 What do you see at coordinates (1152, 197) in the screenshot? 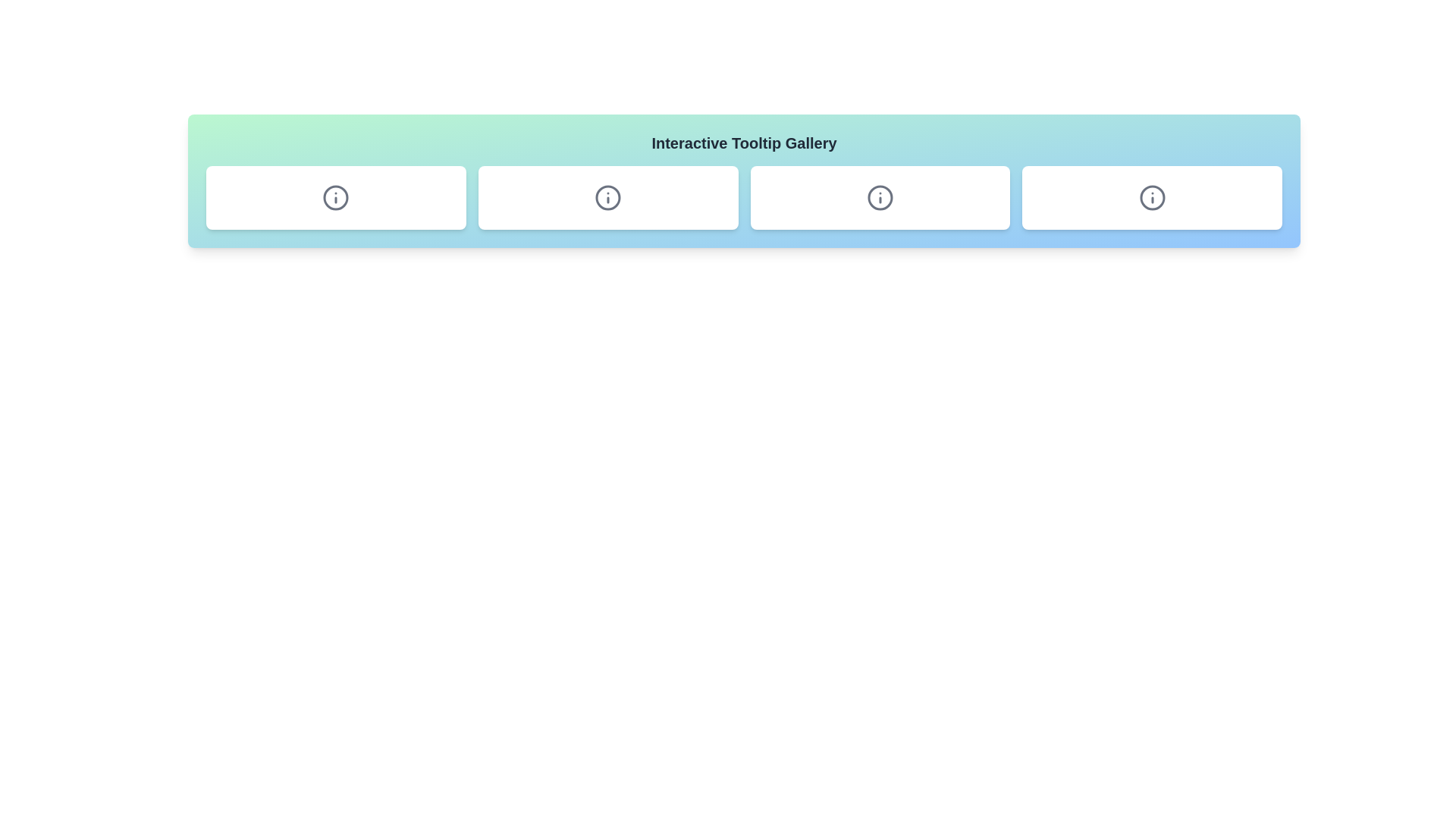
I see `the informational icon with a circular outline and a lowercase 'i' centered within it` at bounding box center [1152, 197].